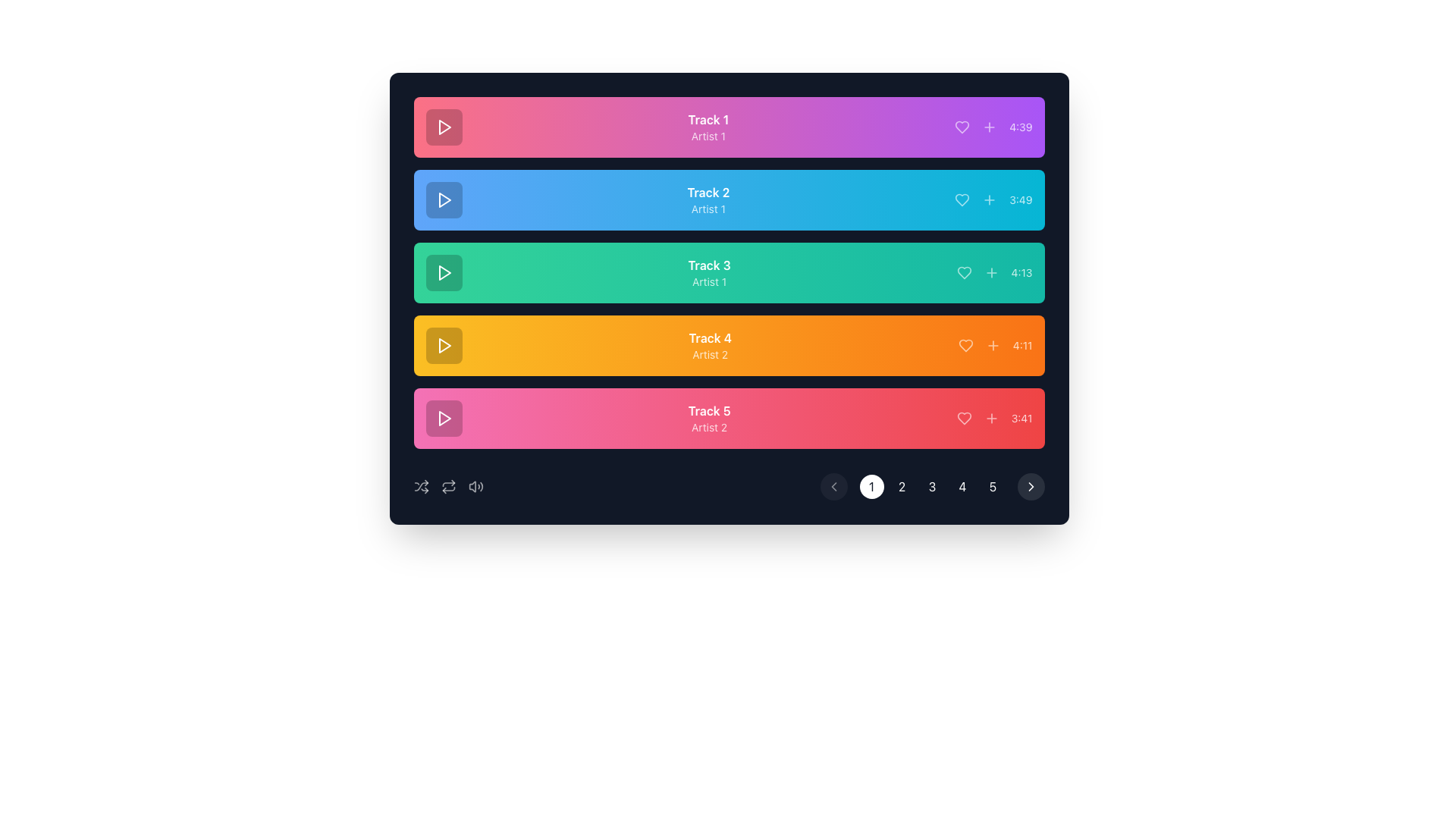 The height and width of the screenshot is (819, 1456). I want to click on the play icon located in the yellow track row labeled 'Track 4' to initiate playback of the track, so click(444, 345).